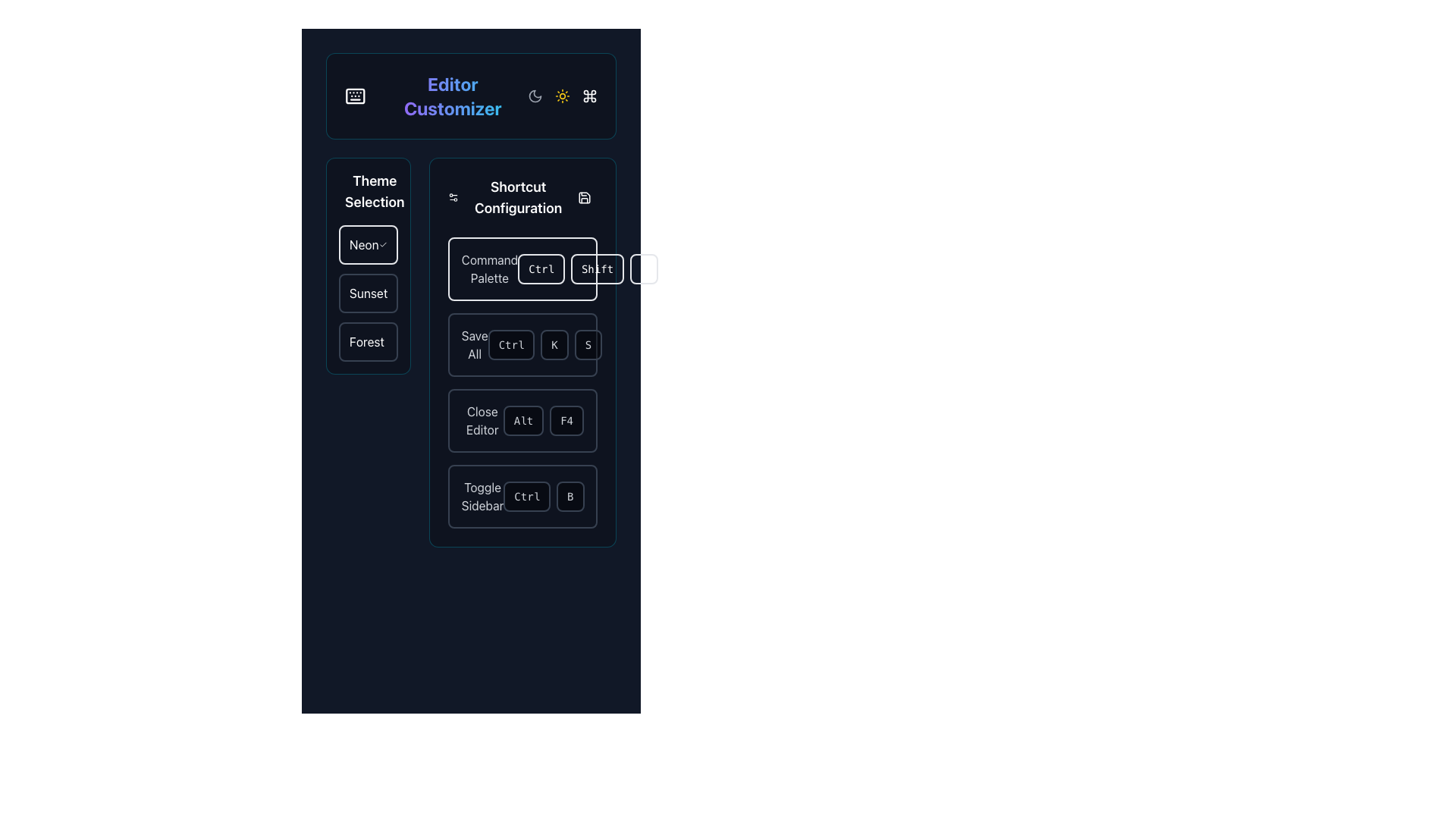 The height and width of the screenshot is (819, 1456). Describe the element at coordinates (522, 268) in the screenshot. I see `the role of the 'Ctrl' button-like label` at that location.